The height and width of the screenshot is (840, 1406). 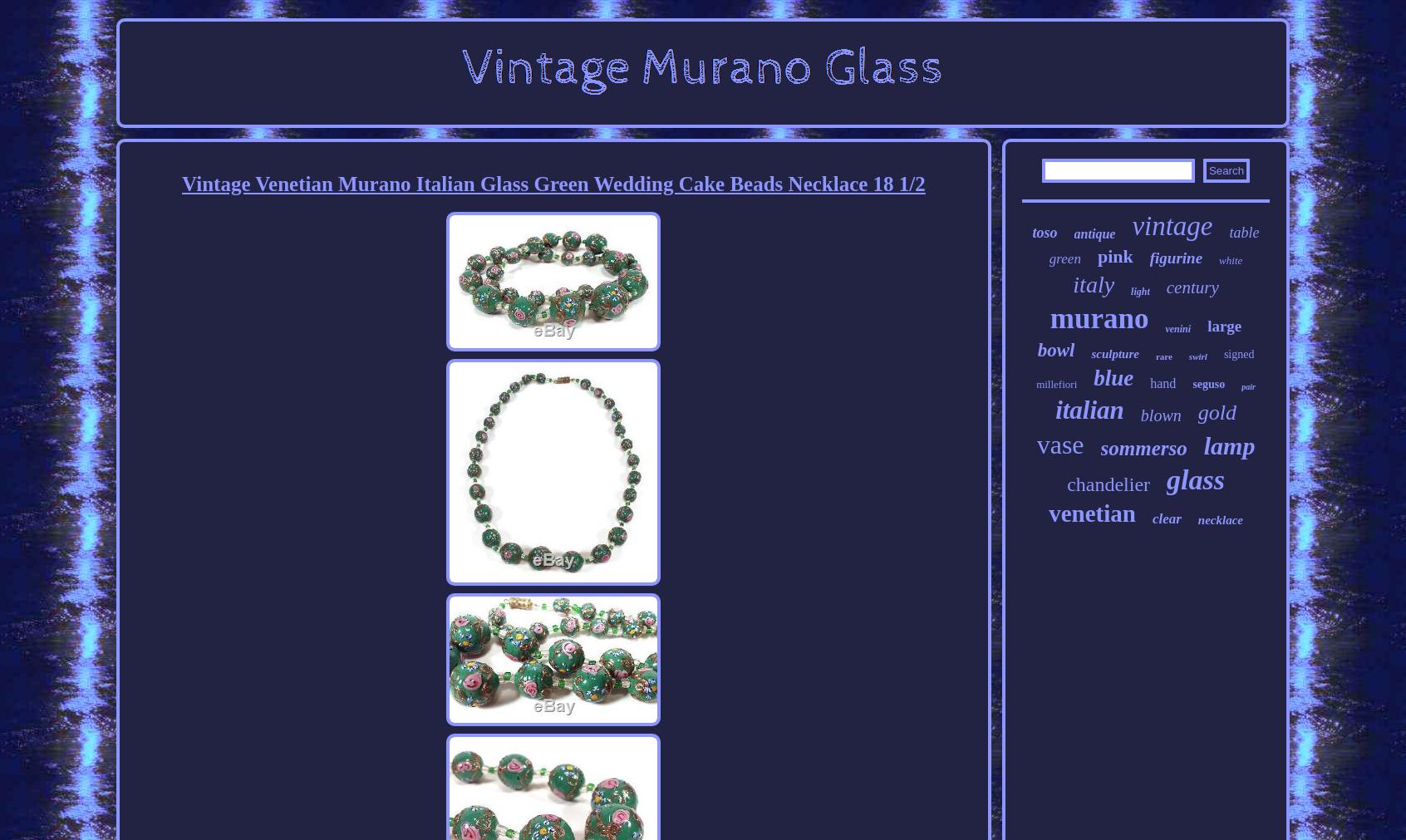 What do you see at coordinates (1066, 484) in the screenshot?
I see `'chandelier'` at bounding box center [1066, 484].